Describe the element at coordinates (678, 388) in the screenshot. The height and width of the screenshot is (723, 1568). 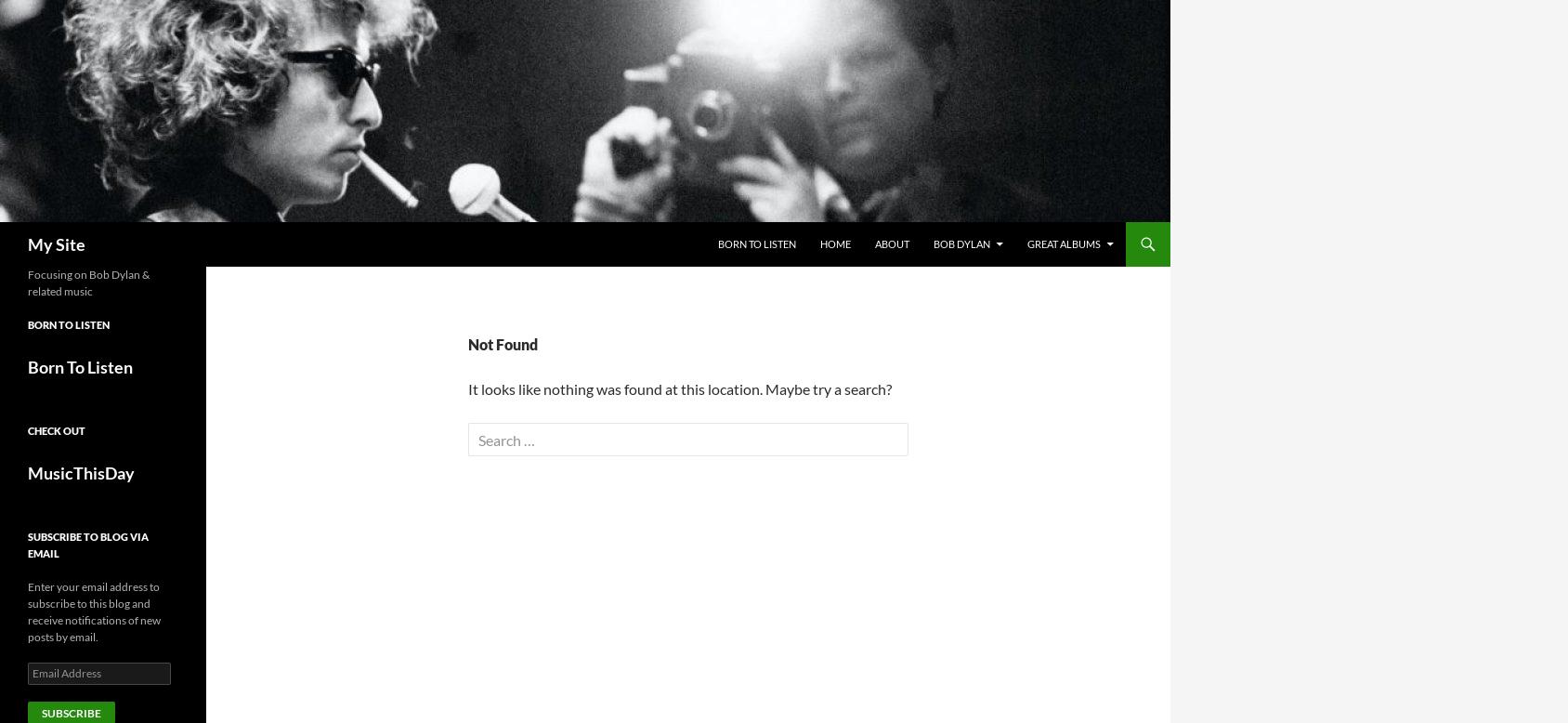
I see `'It looks like nothing was found at this location. Maybe try a search?'` at that location.